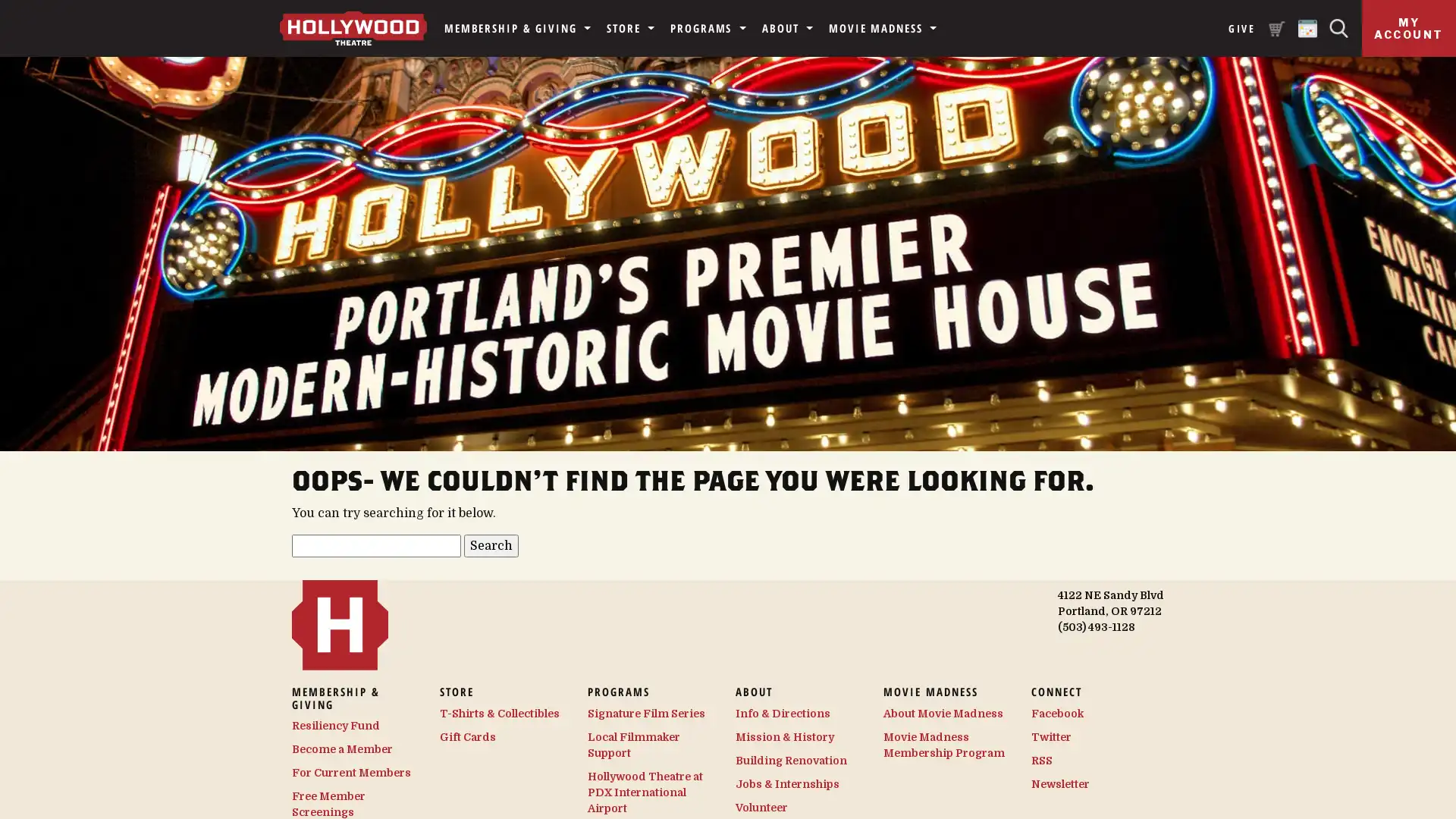 This screenshot has height=819, width=1456. I want to click on Search, so click(491, 546).